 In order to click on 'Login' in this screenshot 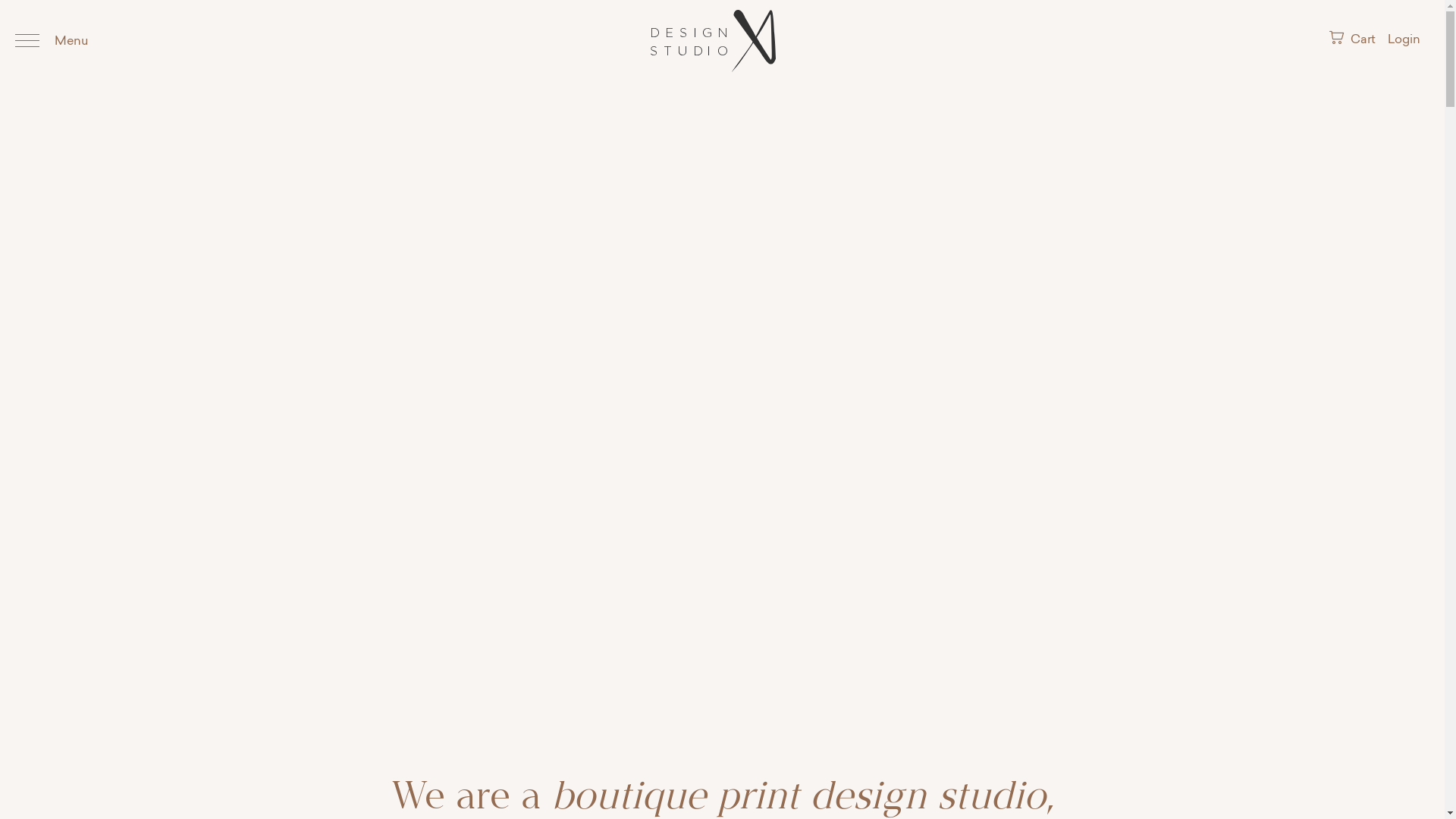, I will do `click(1403, 39)`.